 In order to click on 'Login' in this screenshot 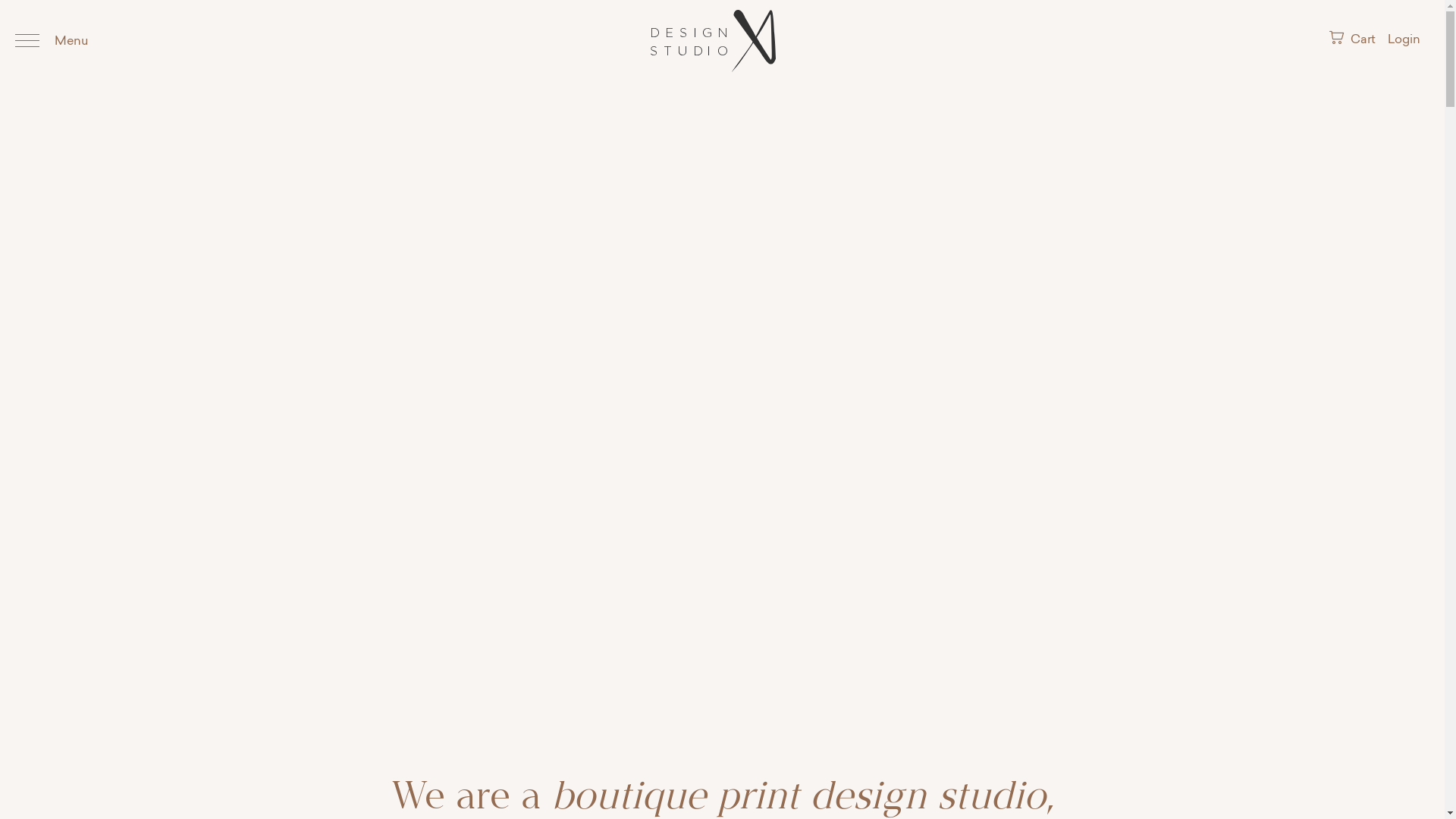, I will do `click(1403, 39)`.